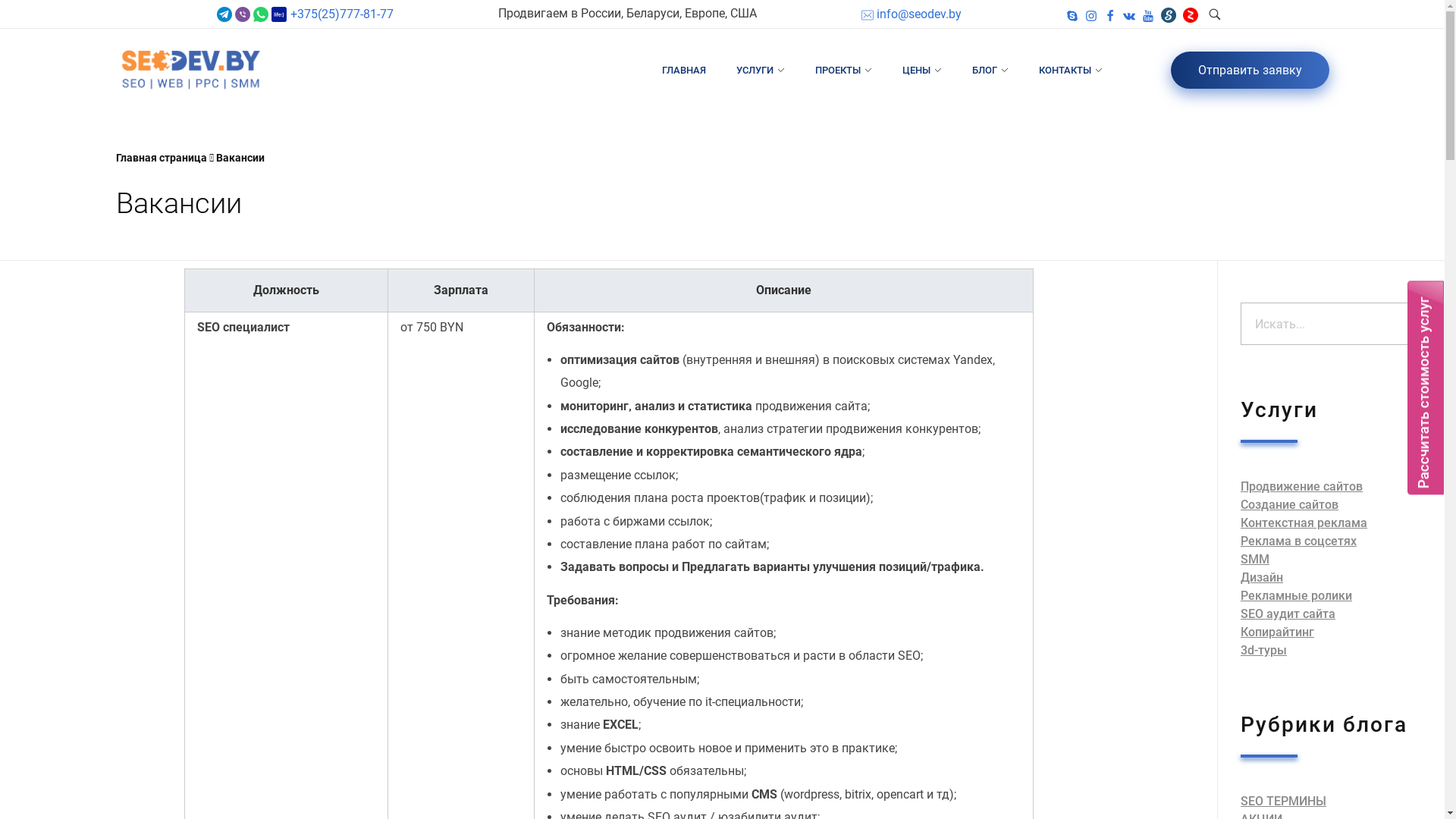  I want to click on 'WhatsApp', so click(261, 14).